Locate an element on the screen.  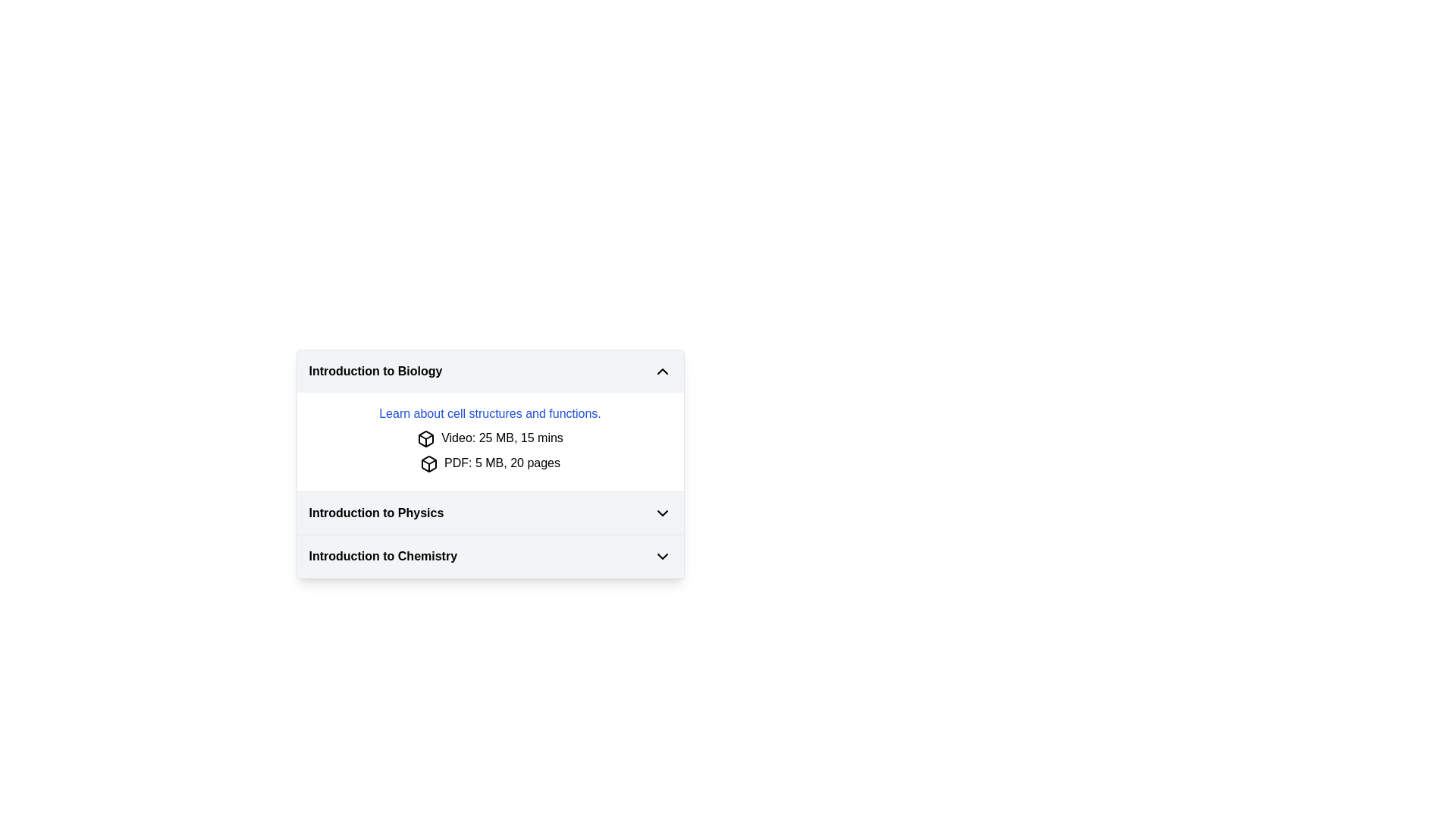
the icon button on the far right side of the 'Introduction to Physics' section is located at coordinates (662, 512).